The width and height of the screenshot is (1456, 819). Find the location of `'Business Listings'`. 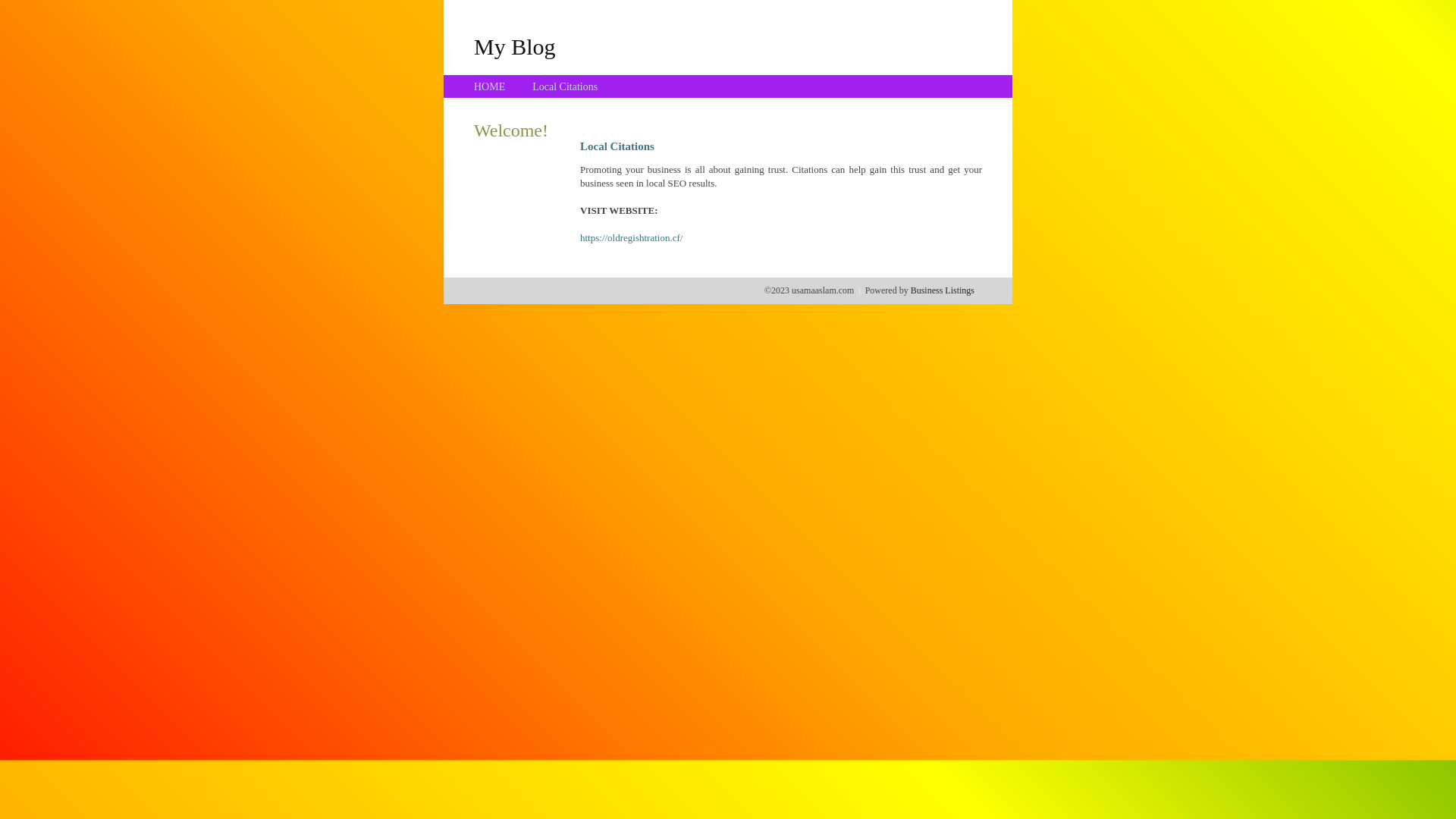

'Business Listings' is located at coordinates (942, 290).